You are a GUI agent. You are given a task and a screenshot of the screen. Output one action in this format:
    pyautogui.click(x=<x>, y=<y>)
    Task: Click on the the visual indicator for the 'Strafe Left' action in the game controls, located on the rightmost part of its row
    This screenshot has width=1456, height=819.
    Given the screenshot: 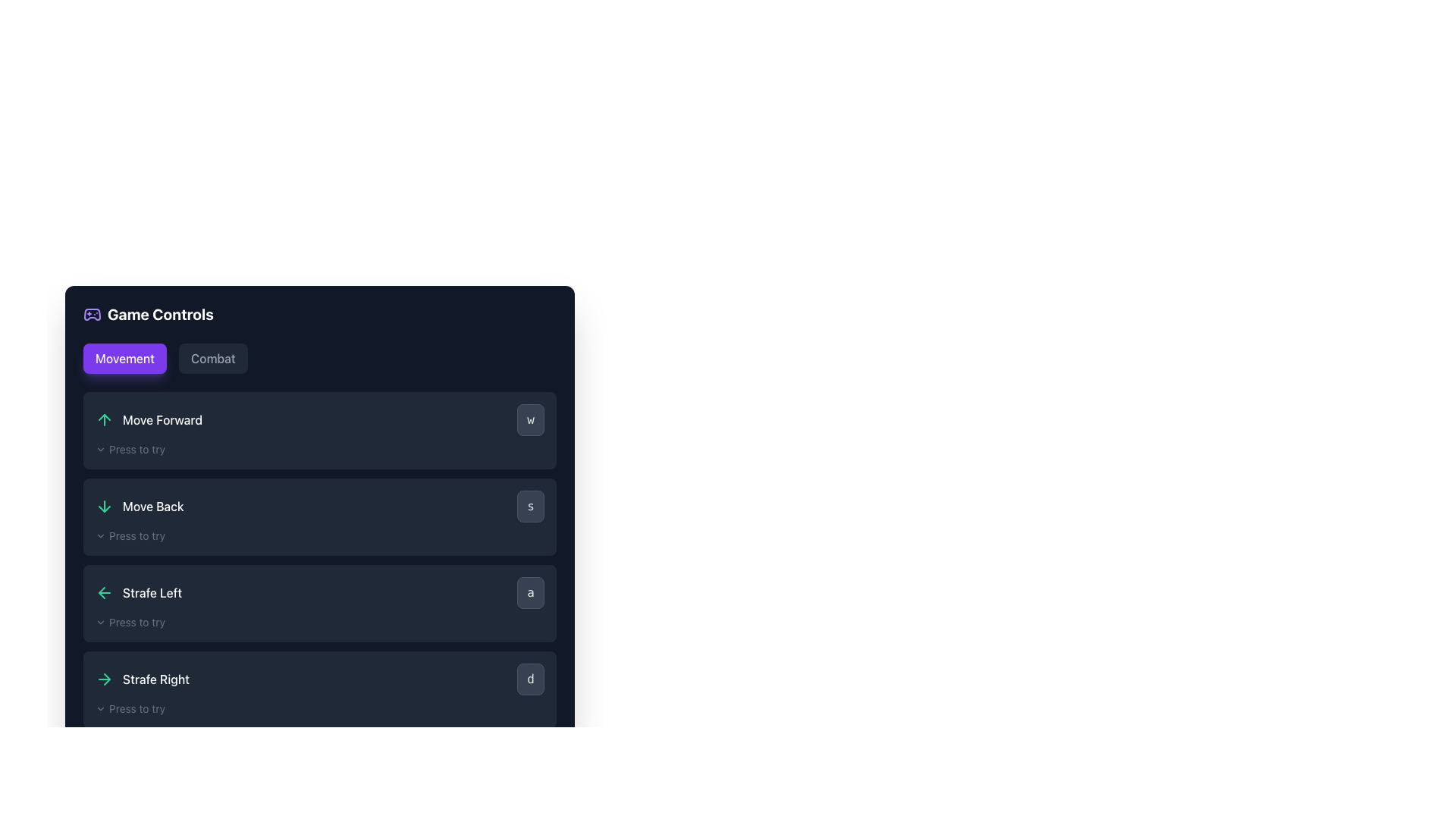 What is the action you would take?
    pyautogui.click(x=531, y=592)
    